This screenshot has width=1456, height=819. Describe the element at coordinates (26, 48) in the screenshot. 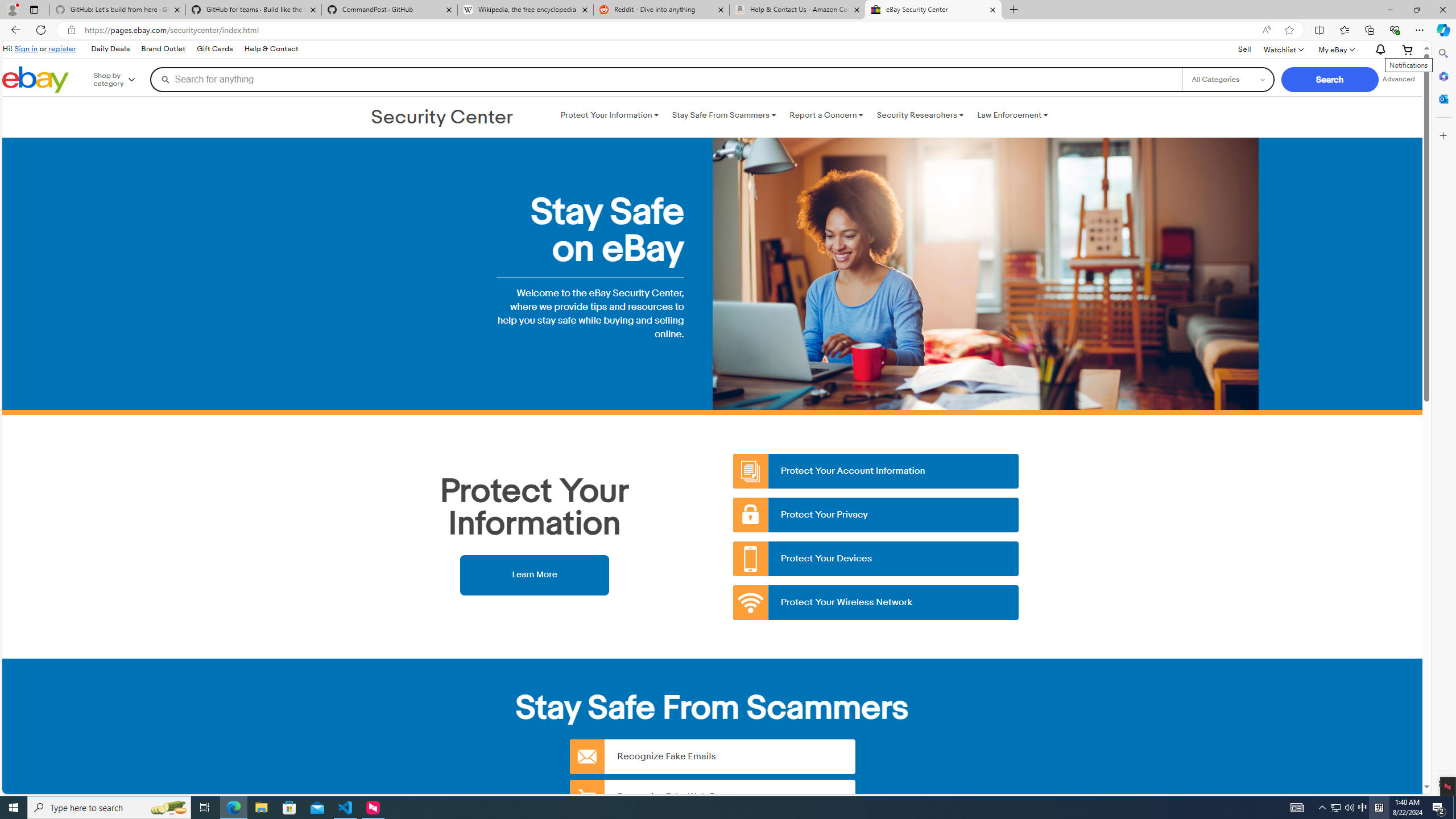

I see `'Sign in'` at that location.